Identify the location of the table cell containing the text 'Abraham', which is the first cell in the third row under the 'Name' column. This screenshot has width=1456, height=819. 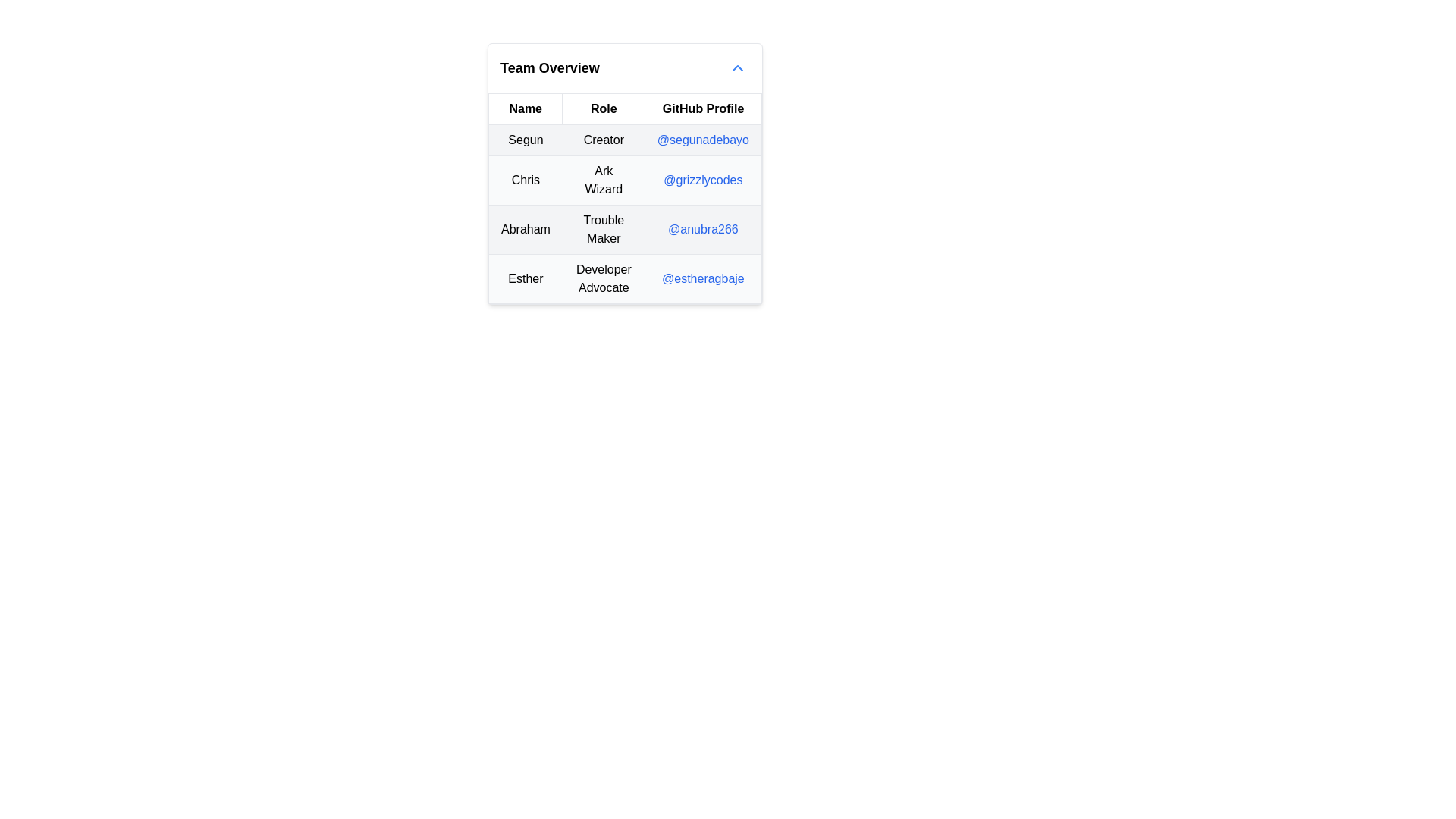
(526, 230).